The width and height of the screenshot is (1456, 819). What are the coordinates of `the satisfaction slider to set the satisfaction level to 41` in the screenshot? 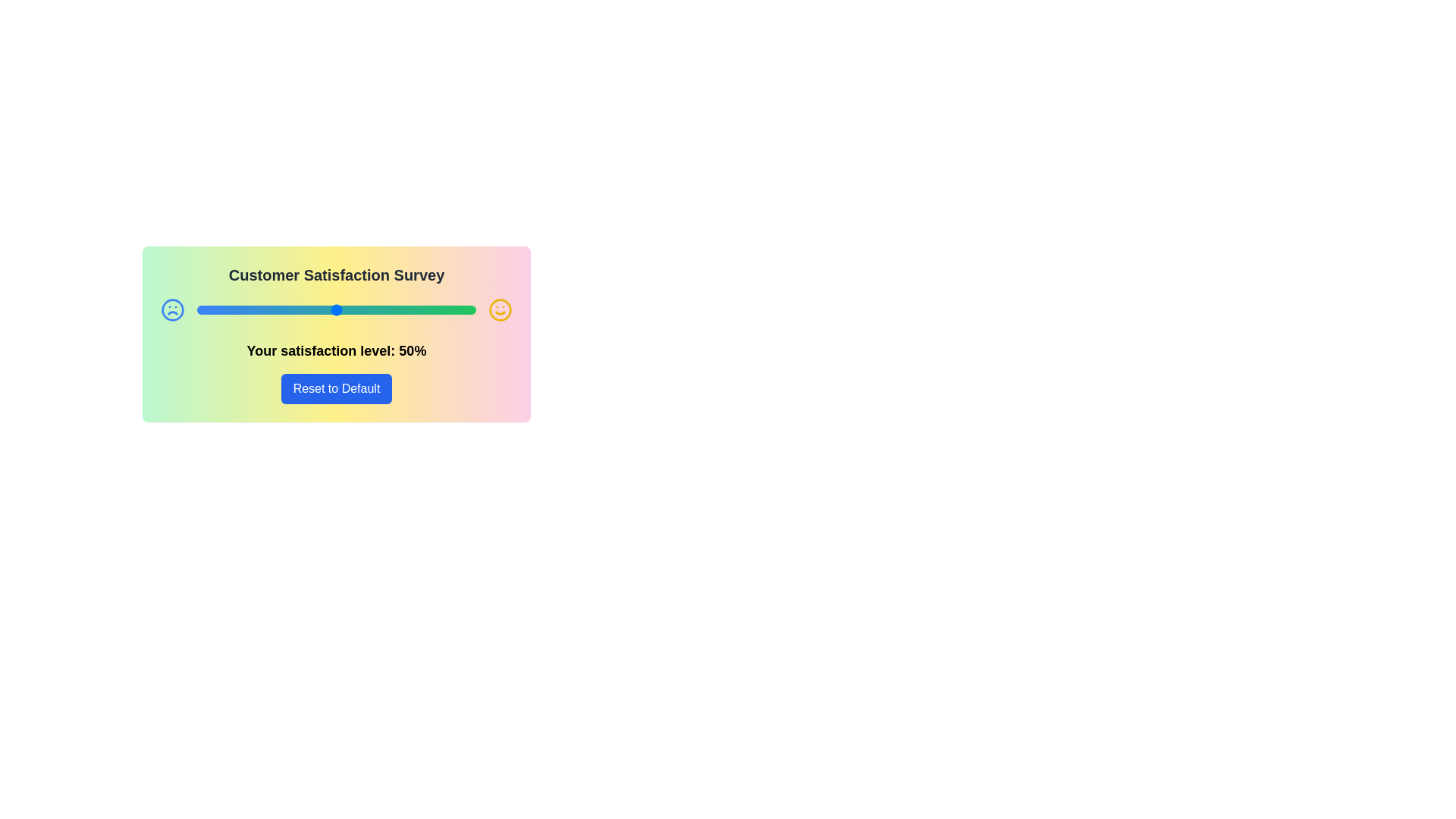 It's located at (310, 309).